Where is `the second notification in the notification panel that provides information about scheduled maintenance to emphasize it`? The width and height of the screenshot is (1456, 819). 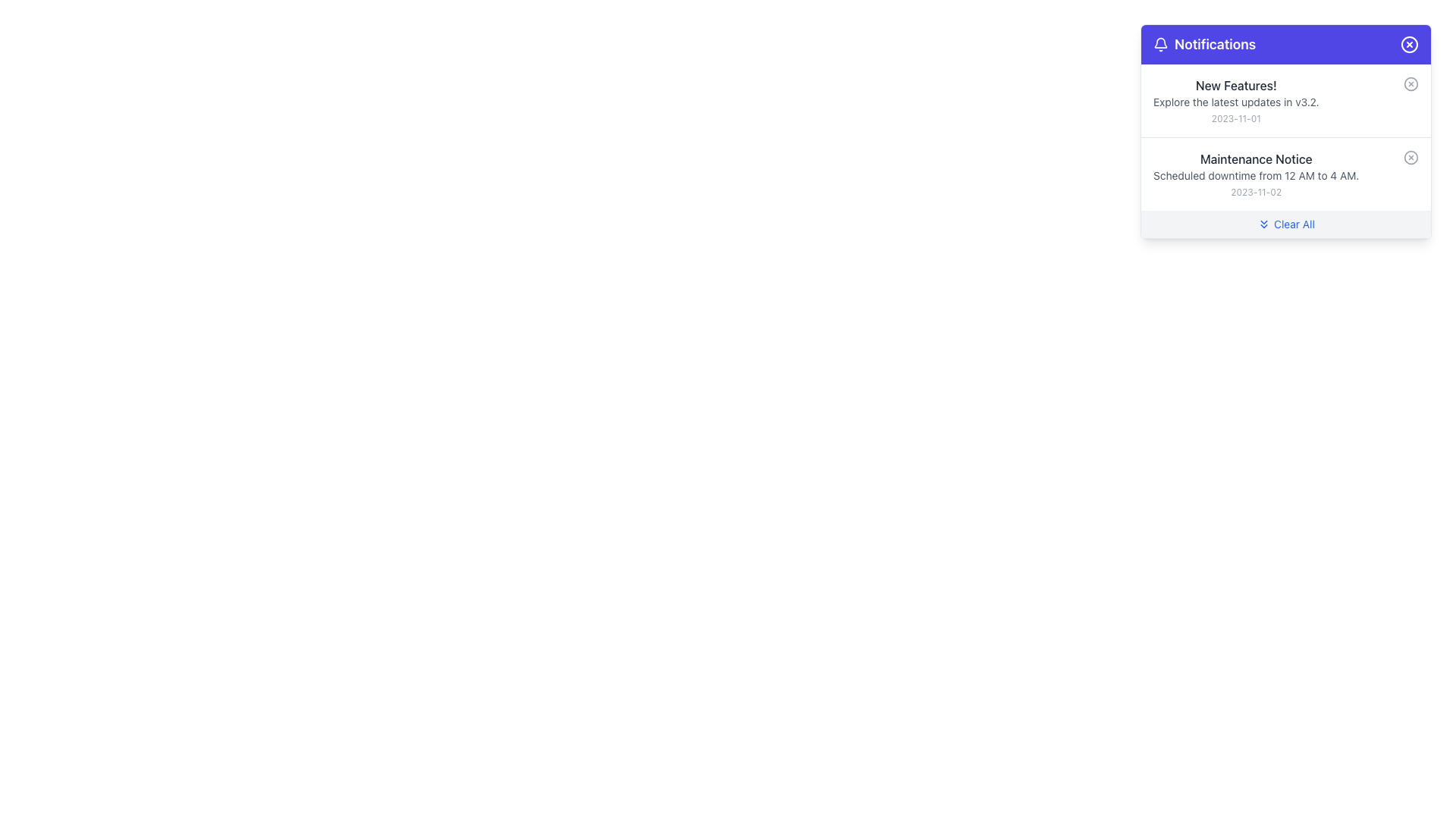
the second notification in the notification panel that provides information about scheduled maintenance to emphasize it is located at coordinates (1256, 174).